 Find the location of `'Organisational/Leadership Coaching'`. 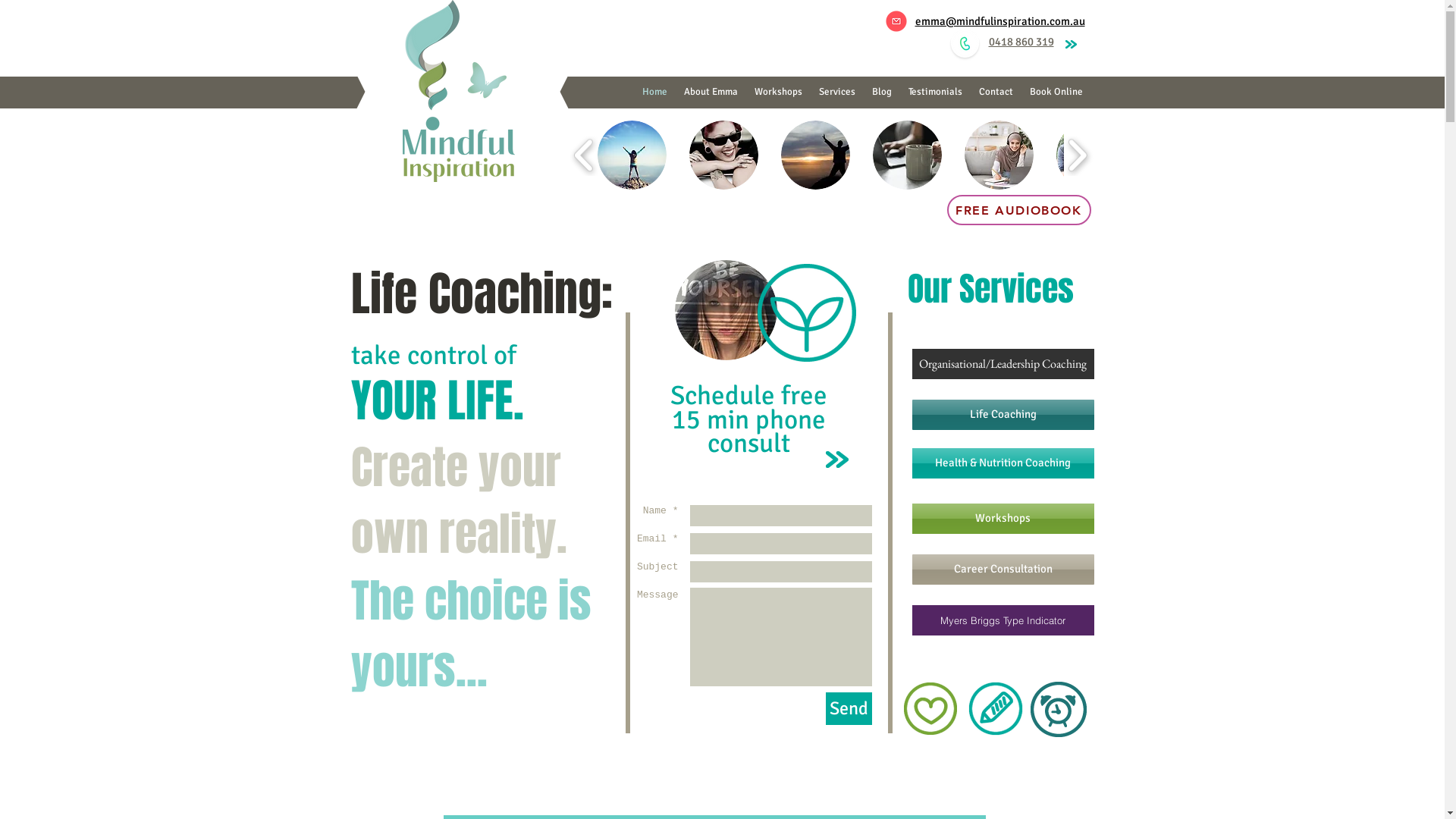

'Organisational/Leadership Coaching' is located at coordinates (1002, 363).